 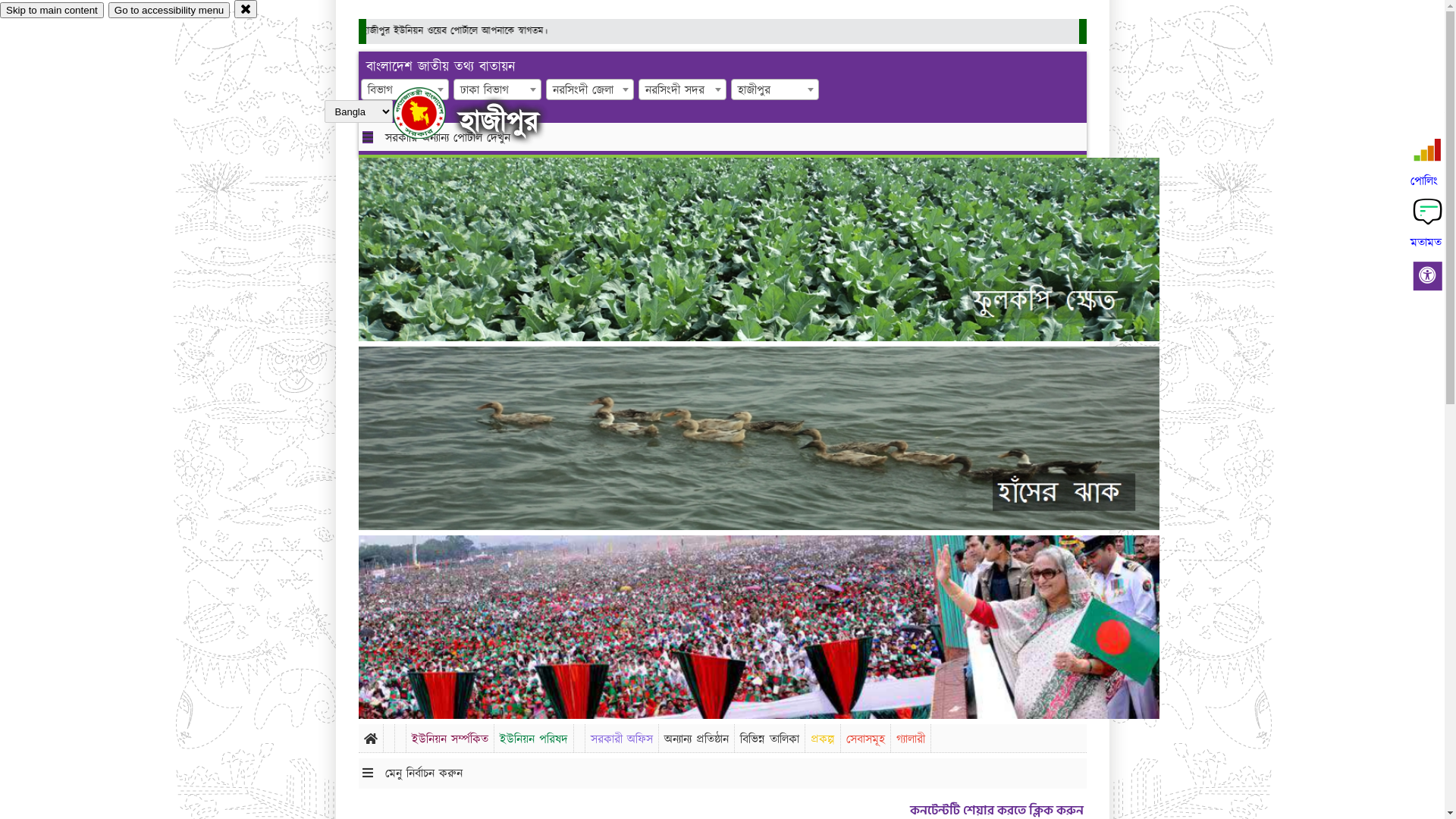 I want to click on ', so click(x=431, y=112).